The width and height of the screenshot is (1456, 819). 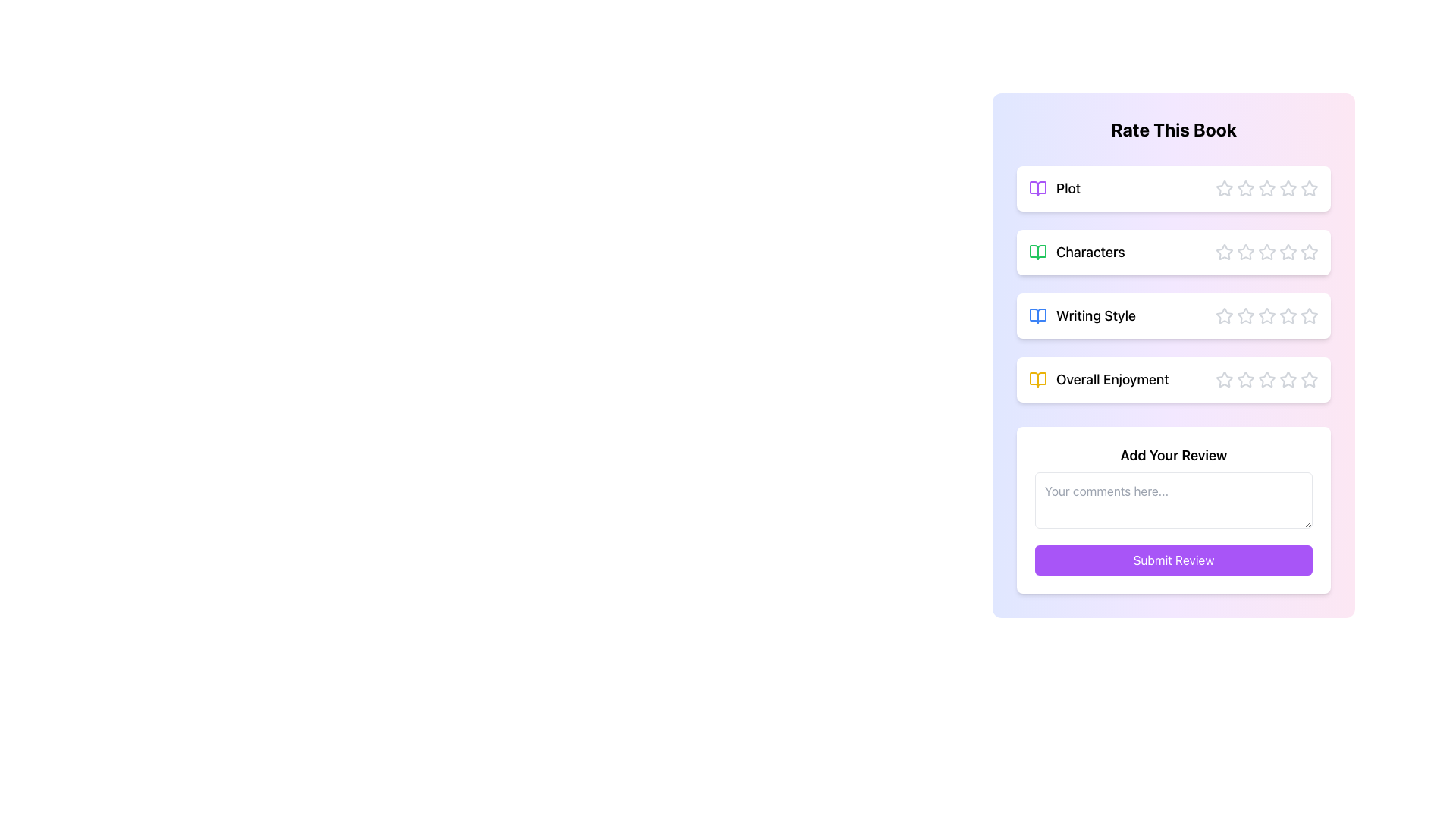 What do you see at coordinates (1266, 315) in the screenshot?
I see `the fourth hollow gray star icon in the 'Writing Style' rating section to rate it` at bounding box center [1266, 315].